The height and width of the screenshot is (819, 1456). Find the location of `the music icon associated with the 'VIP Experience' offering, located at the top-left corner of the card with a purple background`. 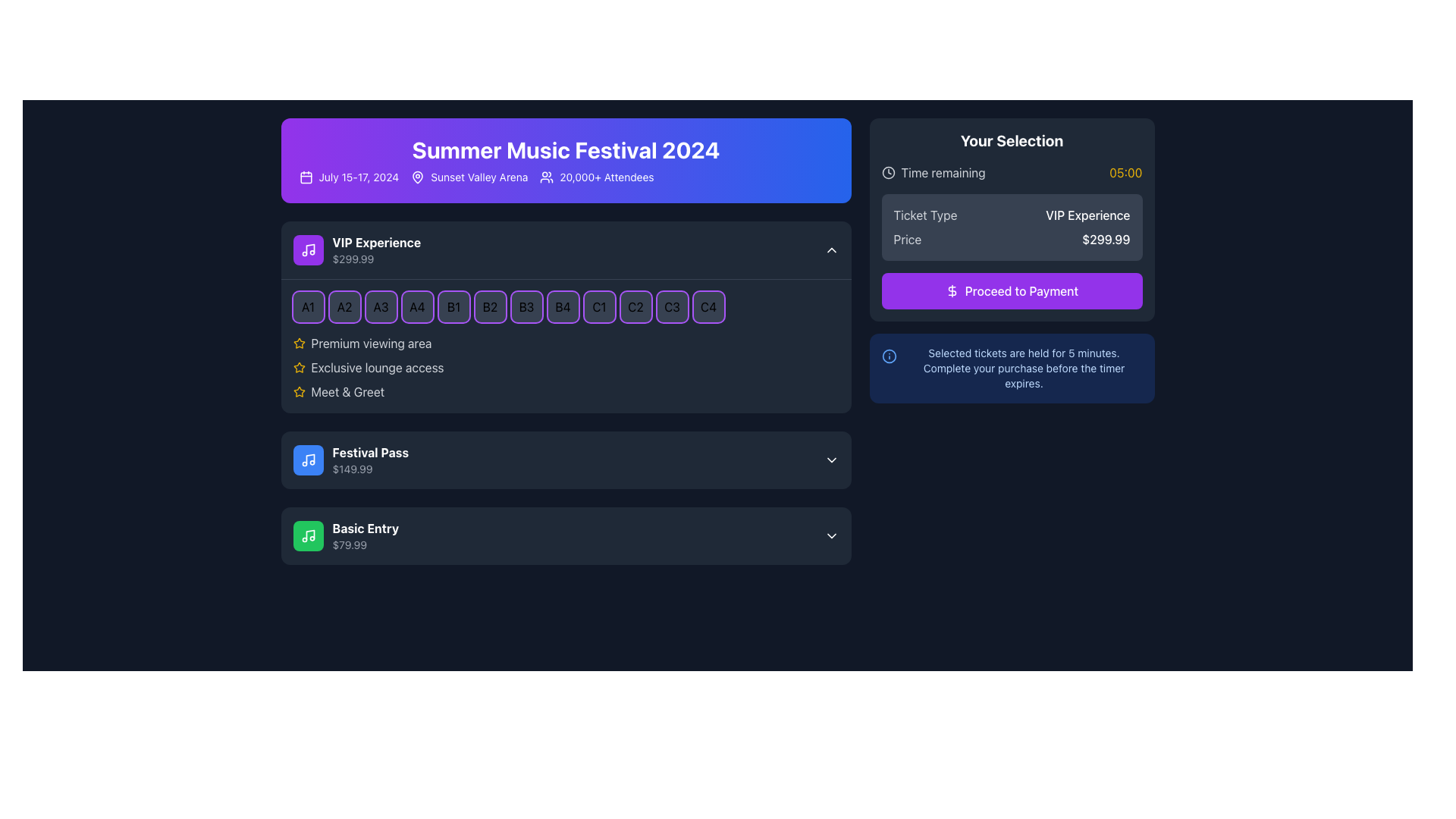

the music icon associated with the 'VIP Experience' offering, located at the top-left corner of the card with a purple background is located at coordinates (307, 249).